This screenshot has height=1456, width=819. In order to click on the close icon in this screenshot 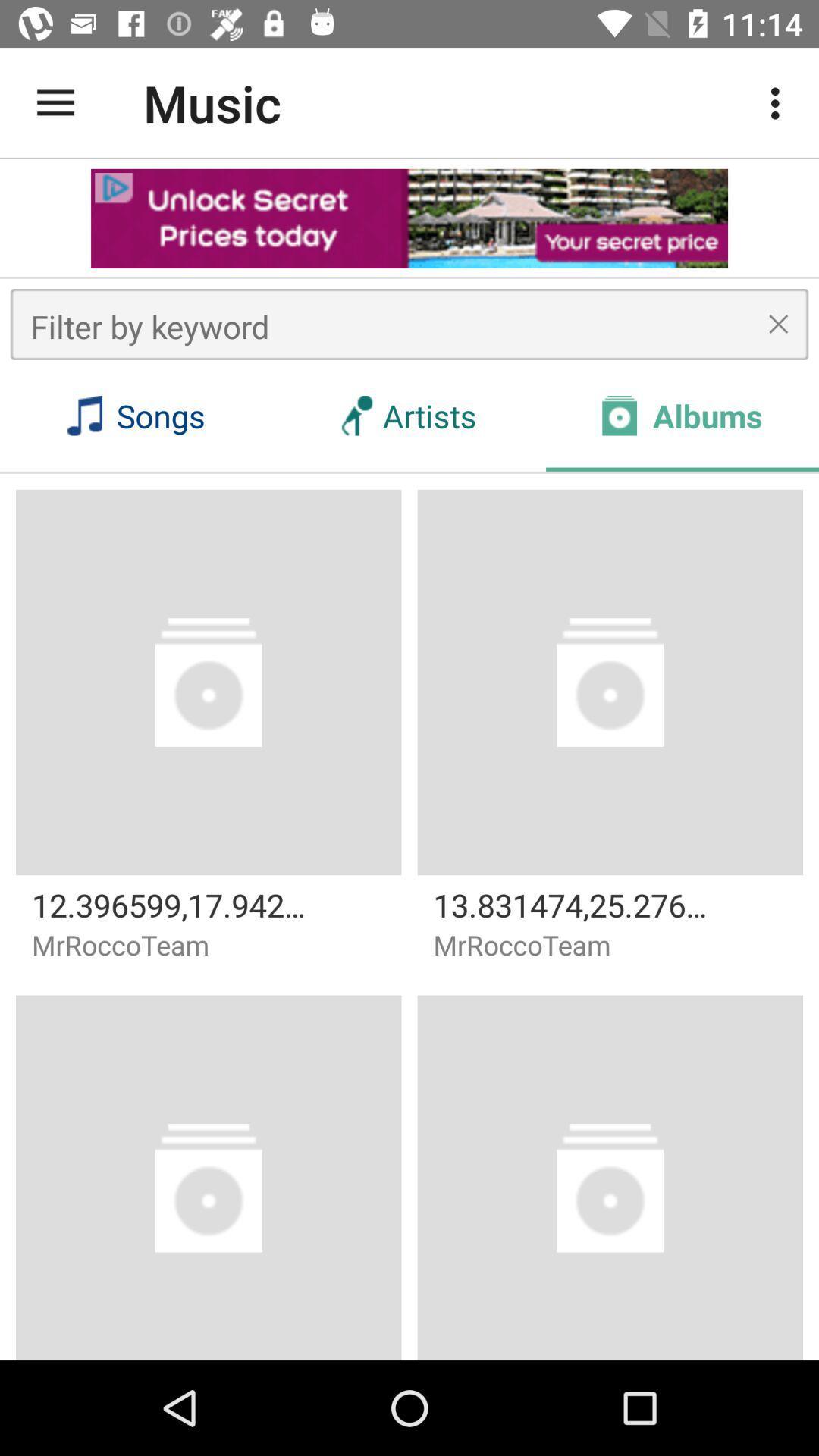, I will do `click(778, 323)`.